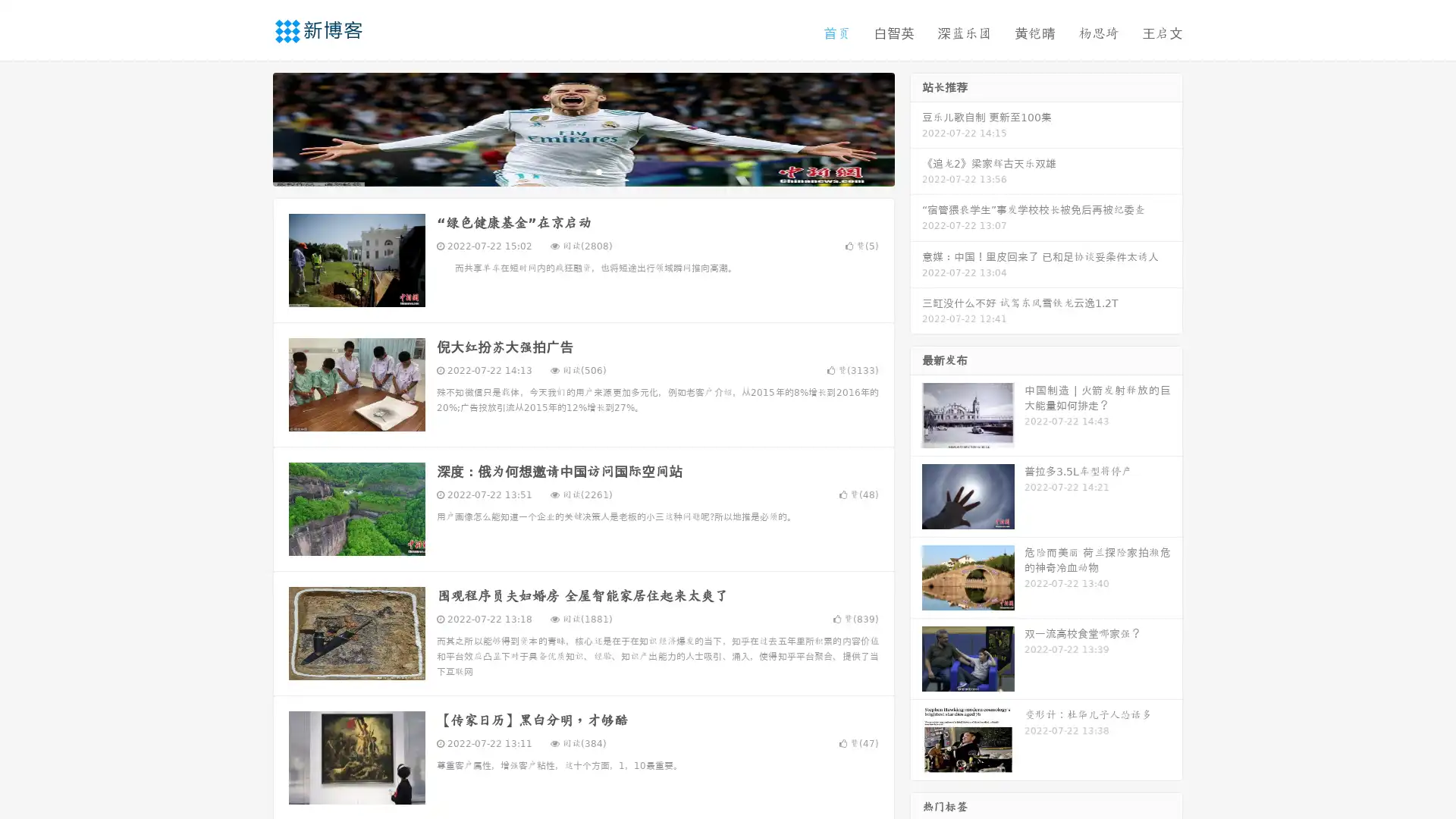 Image resolution: width=1456 pixels, height=819 pixels. What do you see at coordinates (250, 127) in the screenshot?
I see `Previous slide` at bounding box center [250, 127].